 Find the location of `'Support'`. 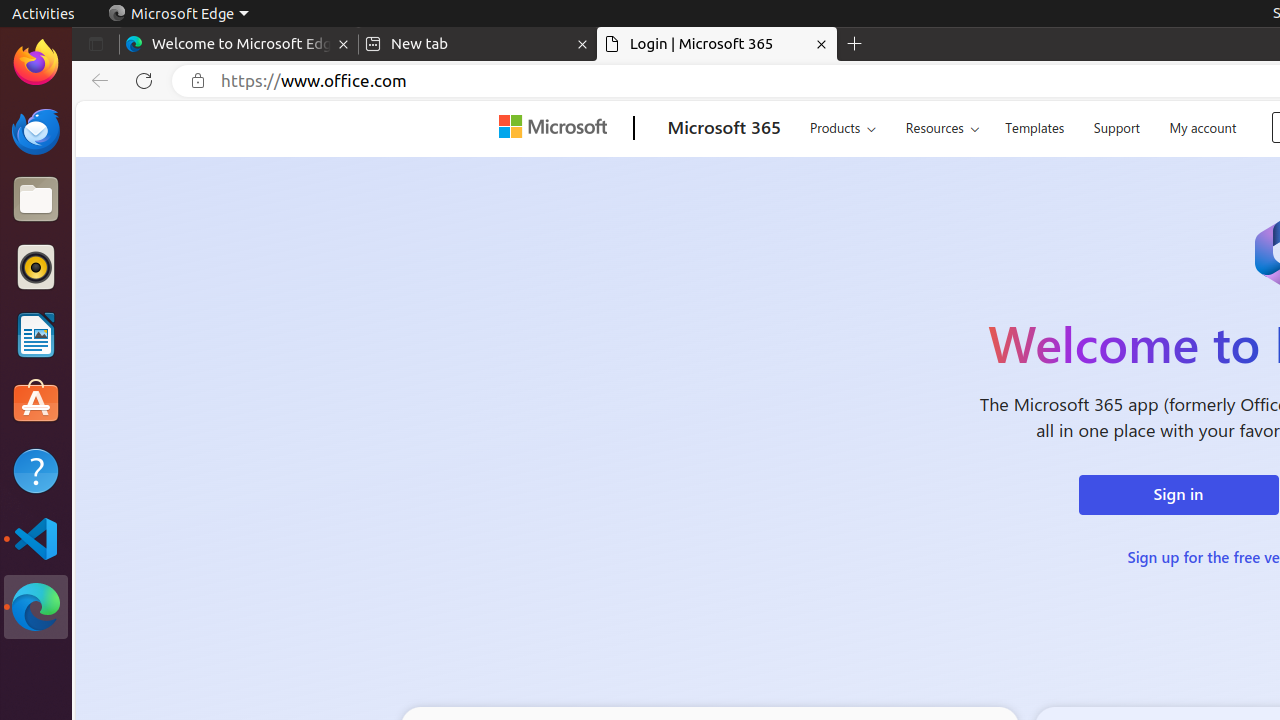

'Support' is located at coordinates (1115, 125).